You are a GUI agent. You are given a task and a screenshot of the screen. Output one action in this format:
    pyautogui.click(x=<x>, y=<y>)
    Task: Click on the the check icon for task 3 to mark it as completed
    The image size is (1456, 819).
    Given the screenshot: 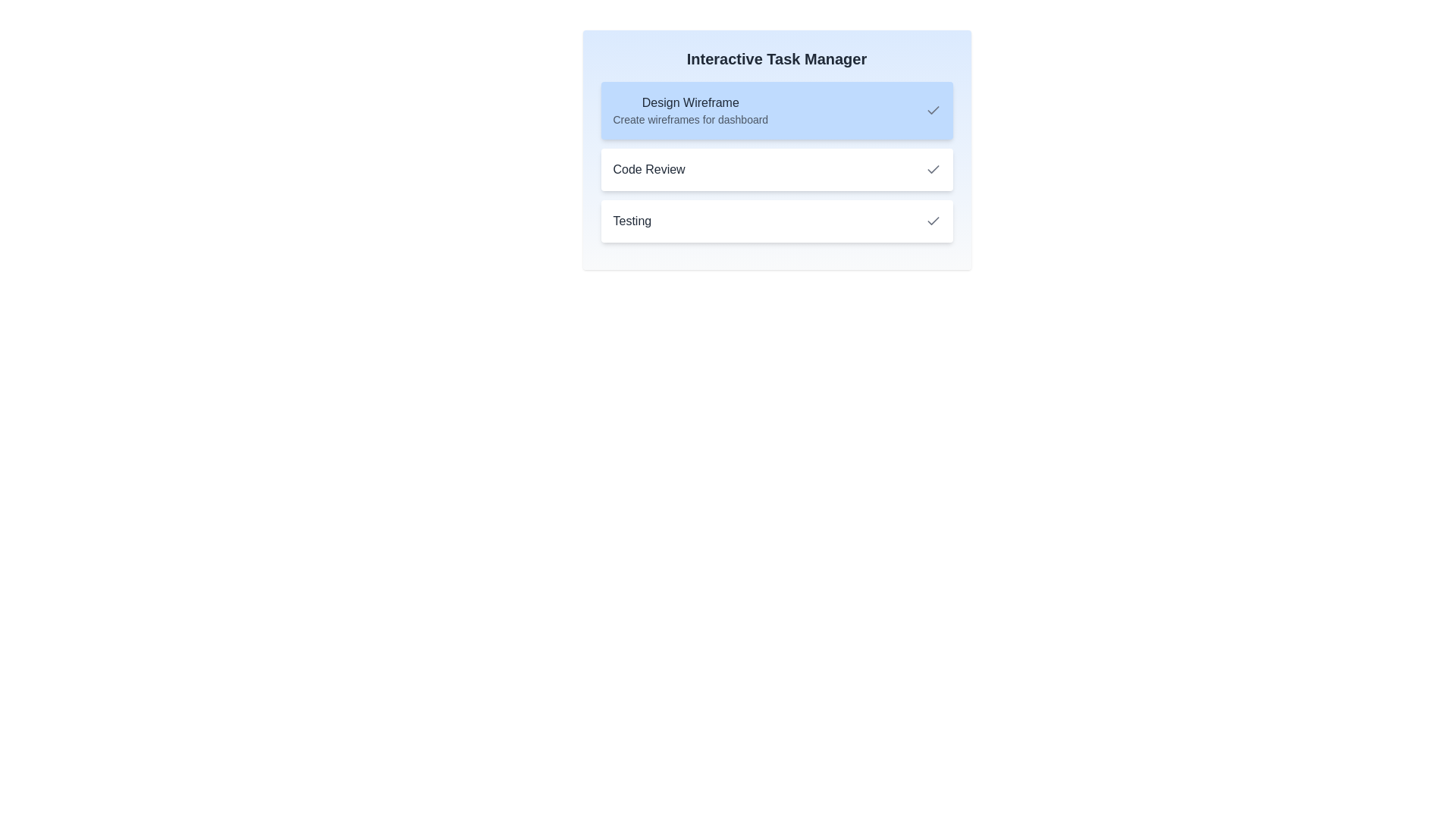 What is the action you would take?
    pyautogui.click(x=932, y=221)
    